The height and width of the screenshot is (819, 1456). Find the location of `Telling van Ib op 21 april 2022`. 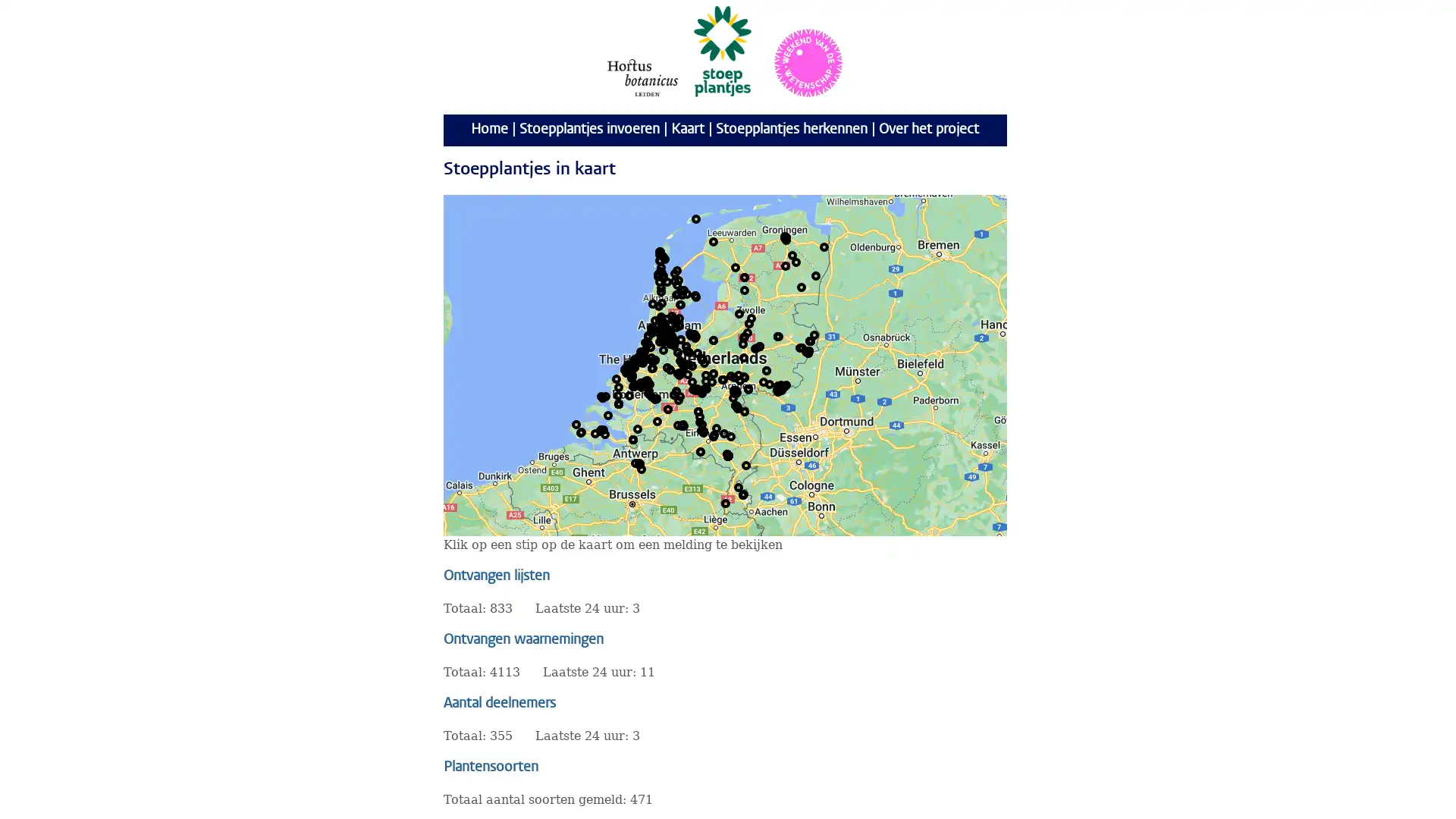

Telling van Ib op 21 april 2022 is located at coordinates (669, 333).